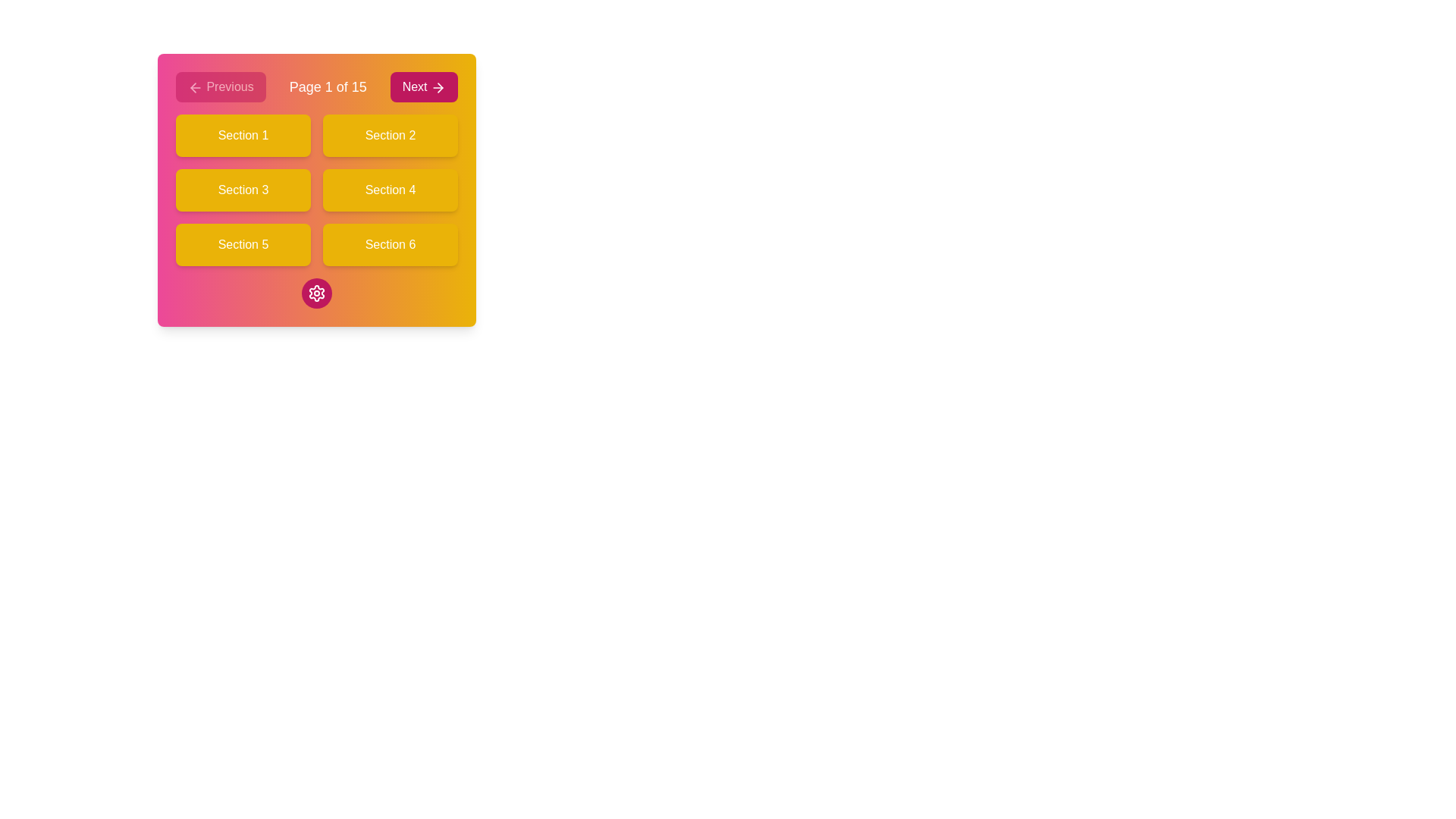 The image size is (1456, 819). What do you see at coordinates (243, 244) in the screenshot?
I see `the interactive button located in the bottom-left position of a 2x3 grid layout that navigates to 'Section 5'` at bounding box center [243, 244].